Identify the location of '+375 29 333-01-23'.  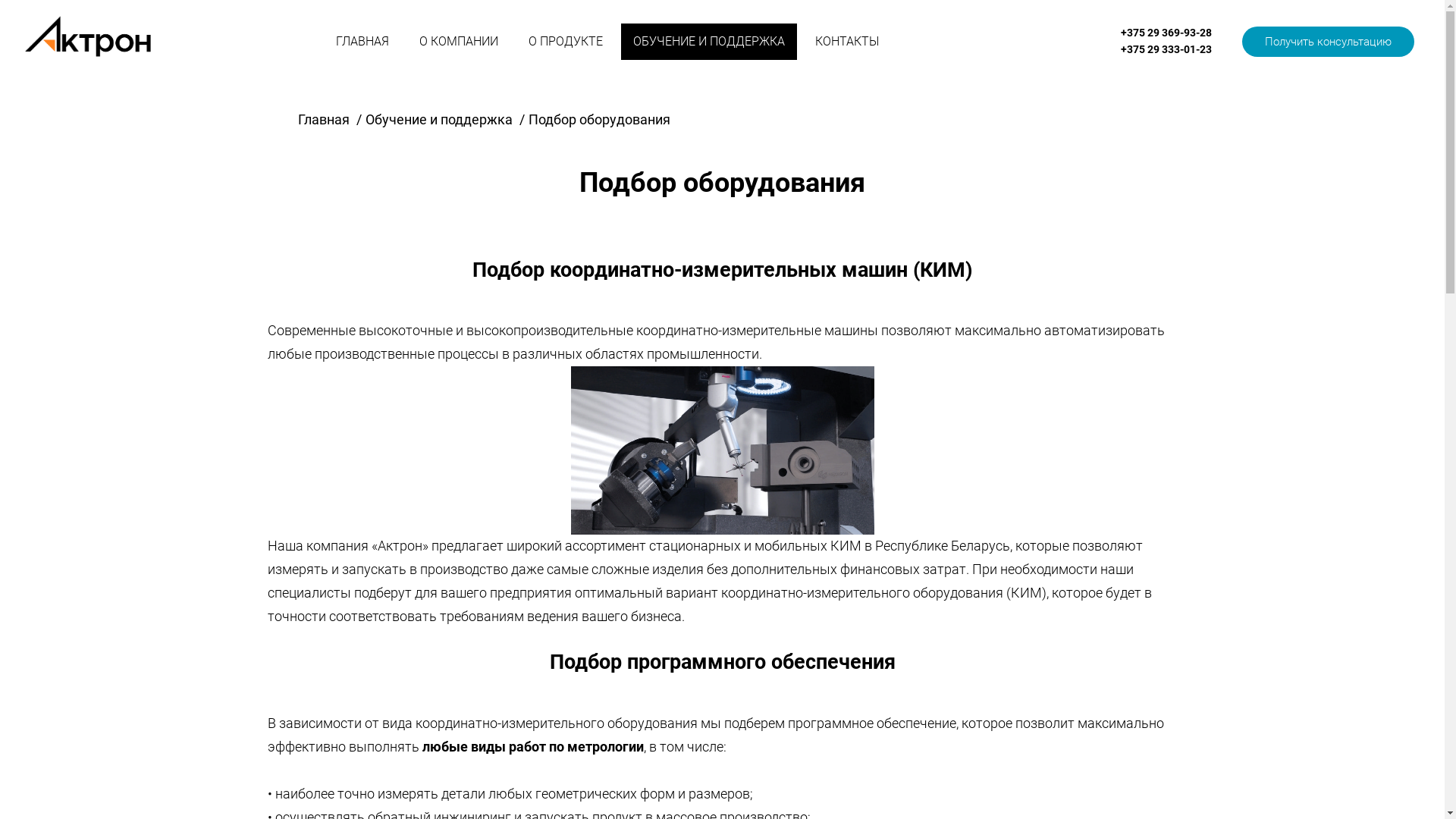
(1165, 49).